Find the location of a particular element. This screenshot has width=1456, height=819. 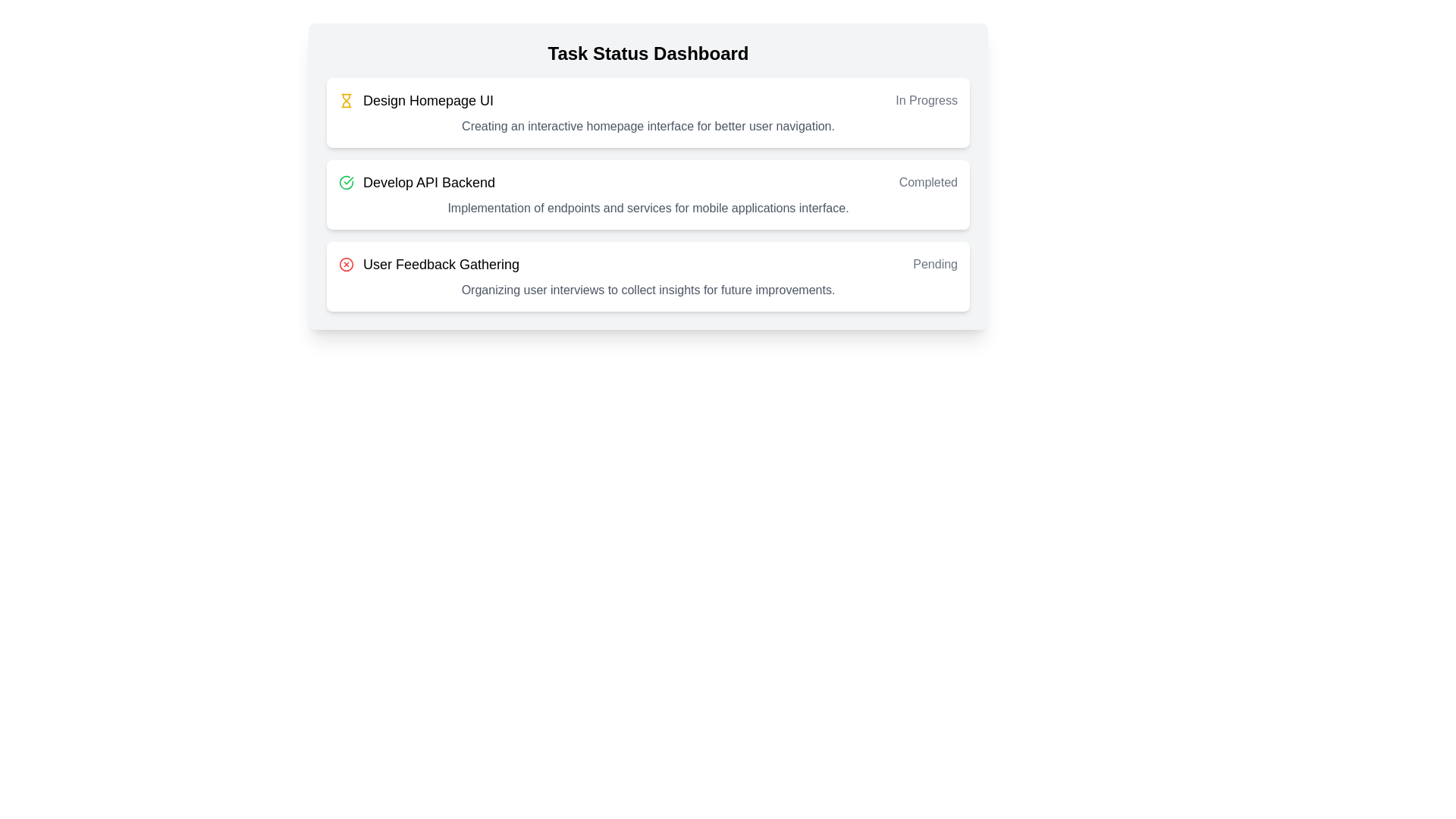

the task entry in the middle of the task list to interact with its subtasks or linked details is located at coordinates (648, 181).